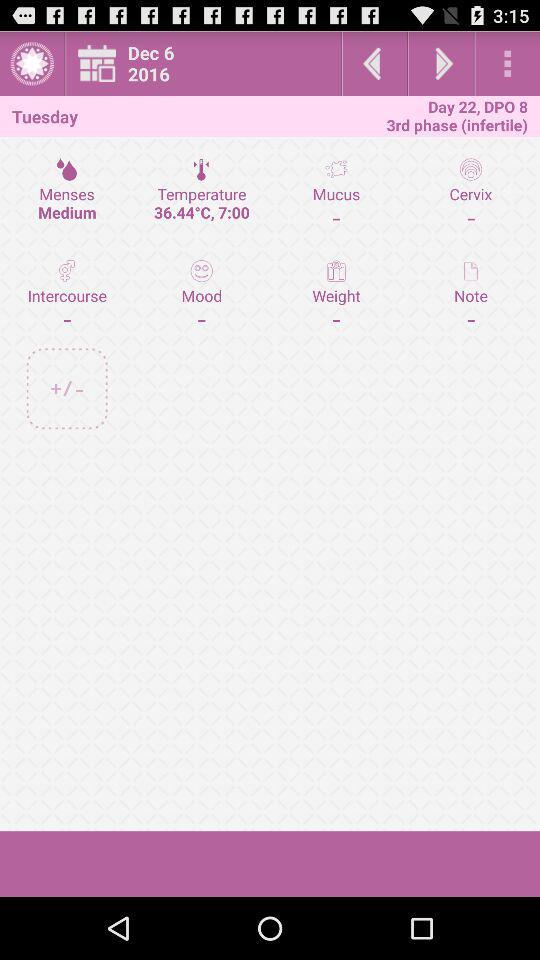  I want to click on item above the tuesday app, so click(31, 63).